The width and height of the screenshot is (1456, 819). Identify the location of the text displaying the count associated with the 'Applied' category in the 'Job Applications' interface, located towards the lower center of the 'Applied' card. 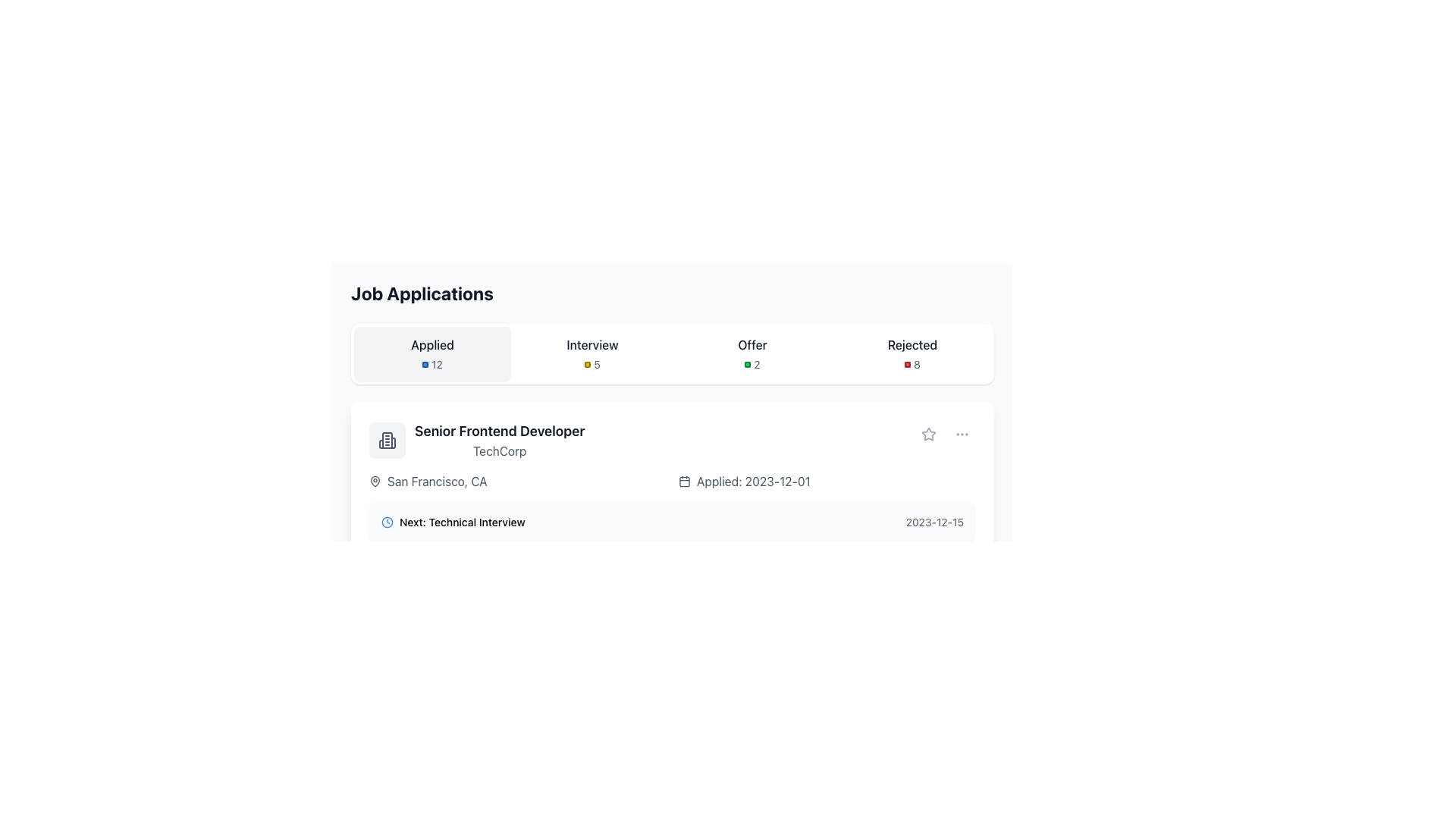
(431, 365).